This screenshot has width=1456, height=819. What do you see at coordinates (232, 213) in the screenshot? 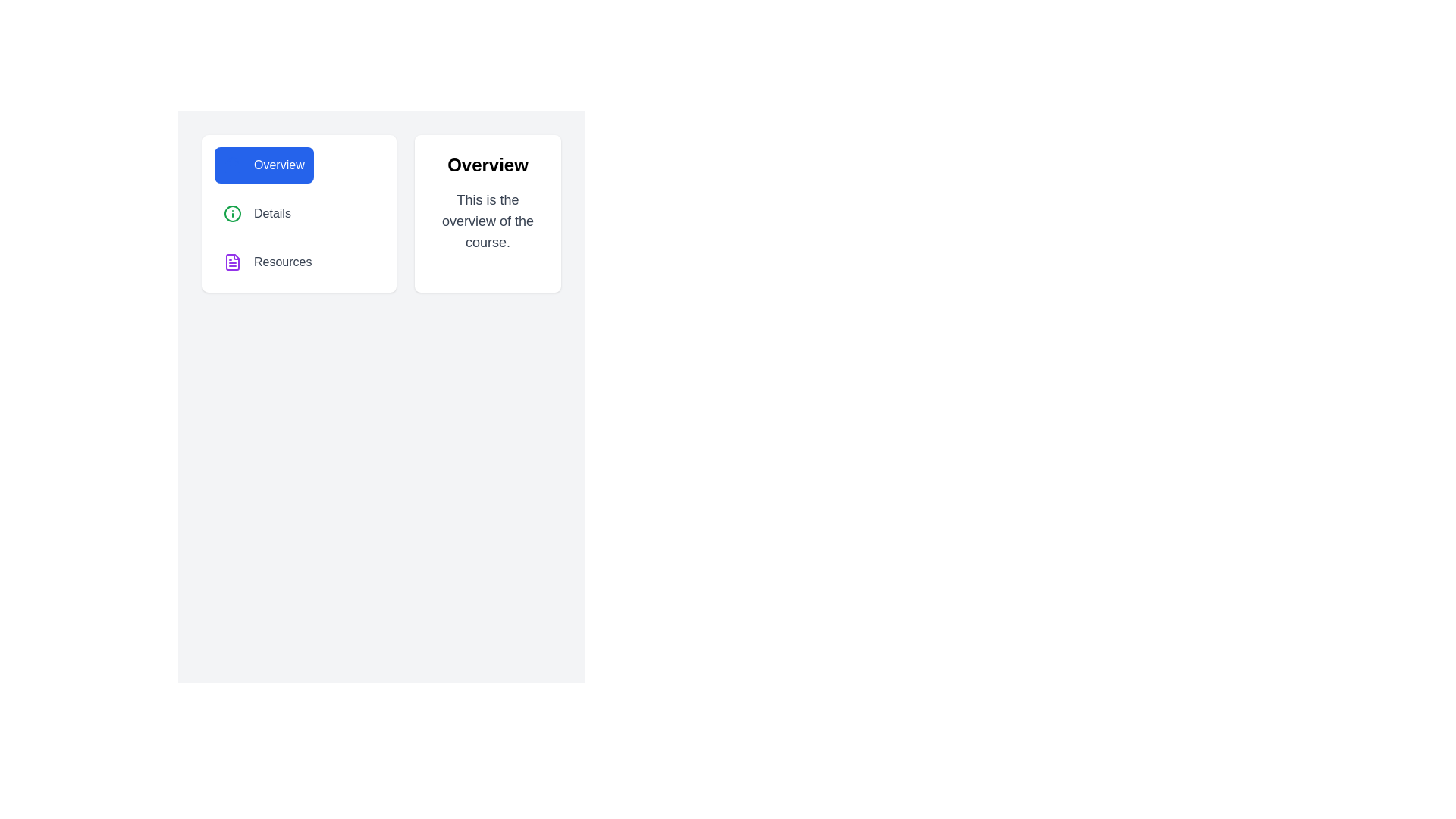
I see `the icon representing 'Details' located next to its label in the vertically aligned list on the left side of the card-like component` at bounding box center [232, 213].